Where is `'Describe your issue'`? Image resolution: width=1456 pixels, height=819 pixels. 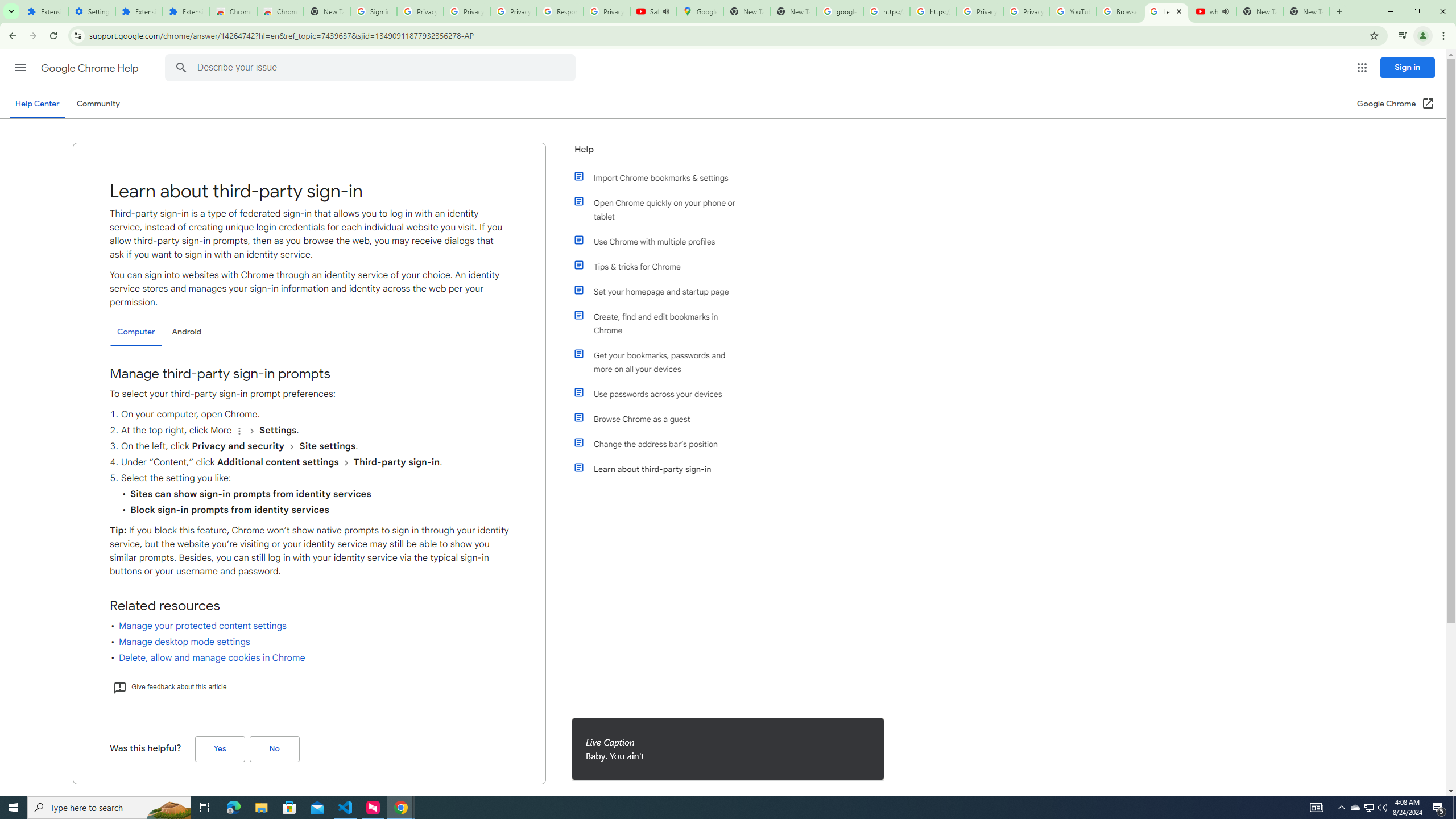
'Describe your issue' is located at coordinates (371, 67).